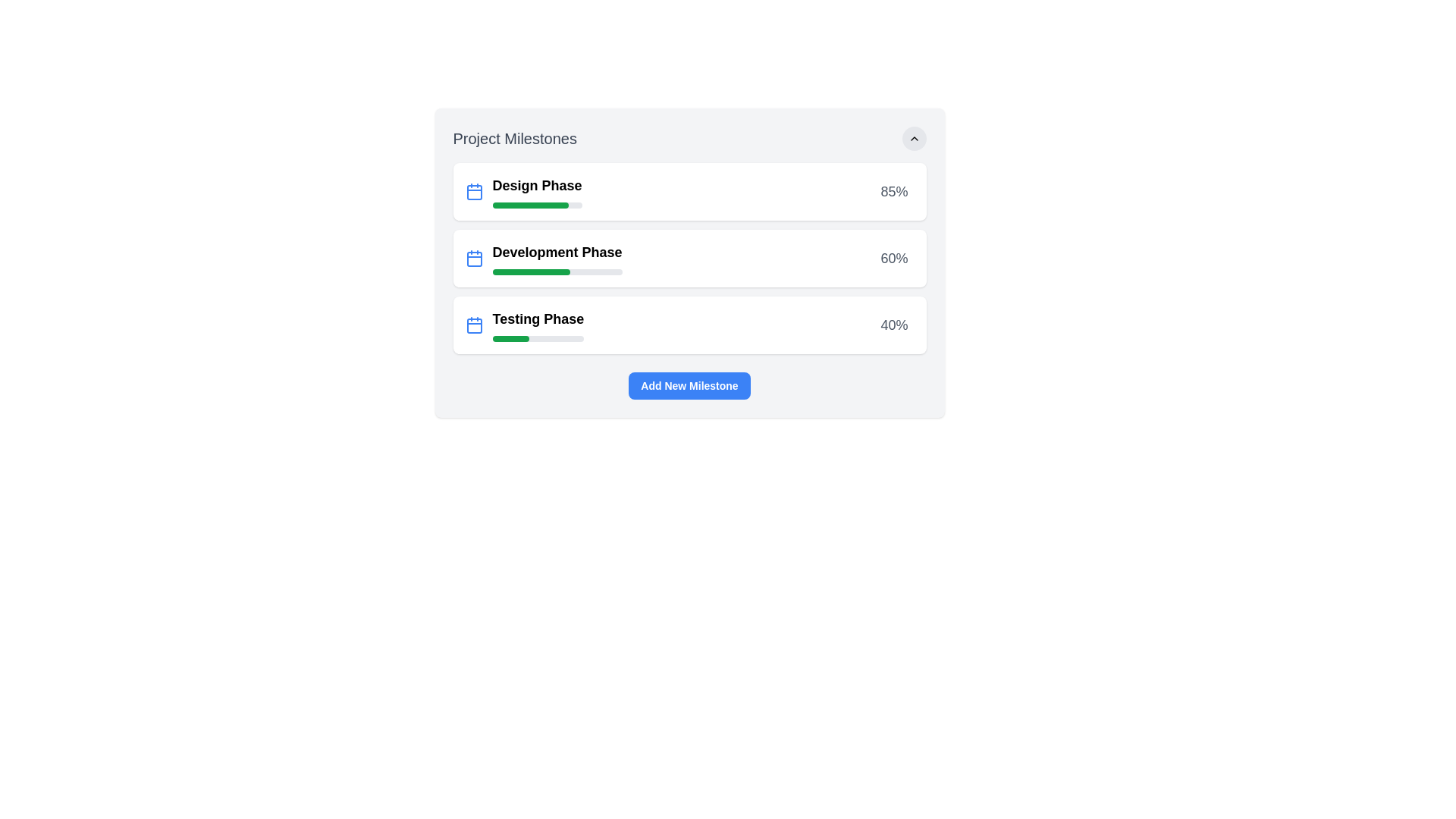 This screenshot has height=819, width=1456. Describe the element at coordinates (531, 271) in the screenshot. I see `the progress bar indicating 60% completion for the 'Development Phase' milestone, located below its title and above the percentage value` at that location.